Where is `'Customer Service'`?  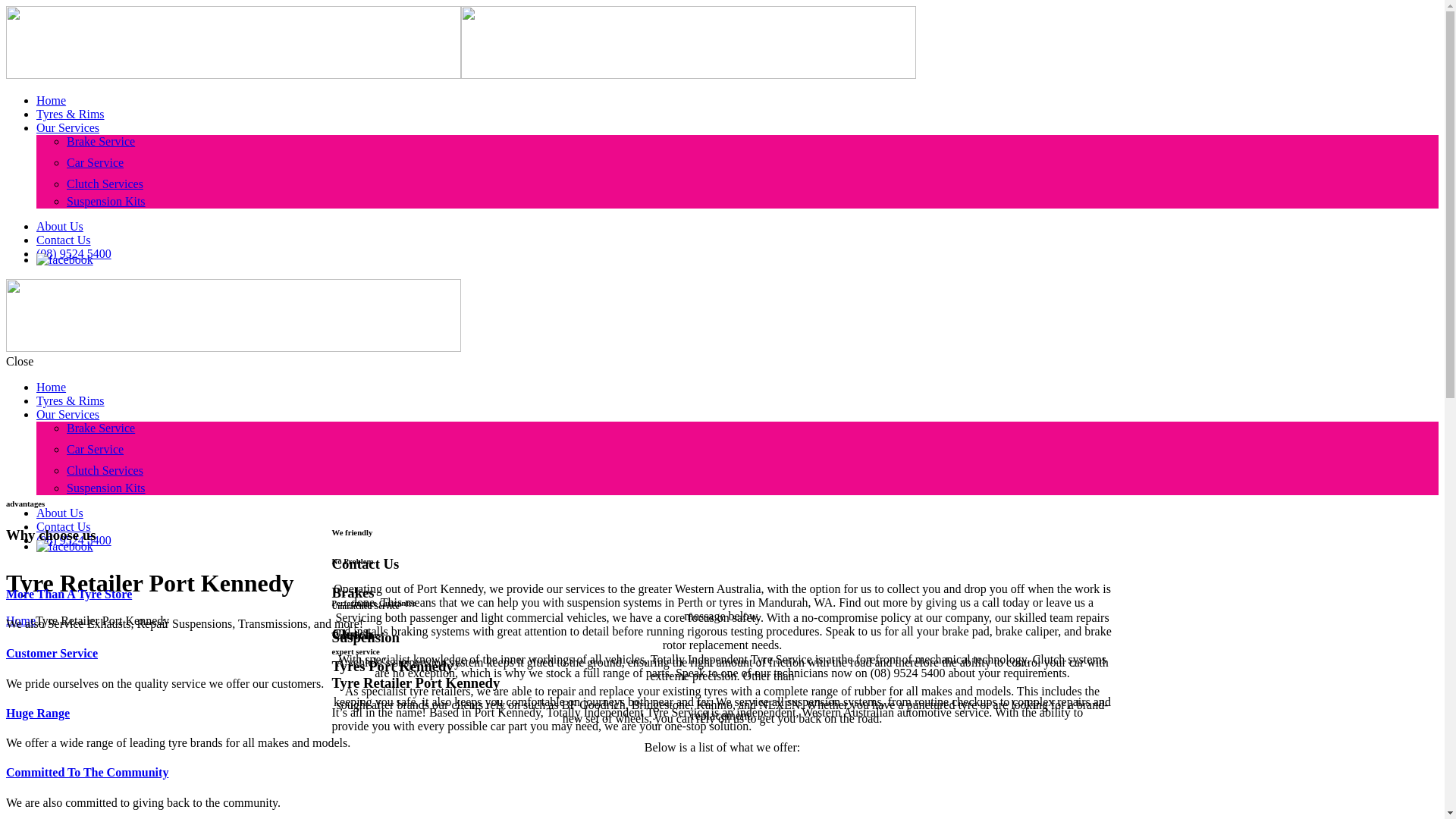 'Customer Service' is located at coordinates (52, 652).